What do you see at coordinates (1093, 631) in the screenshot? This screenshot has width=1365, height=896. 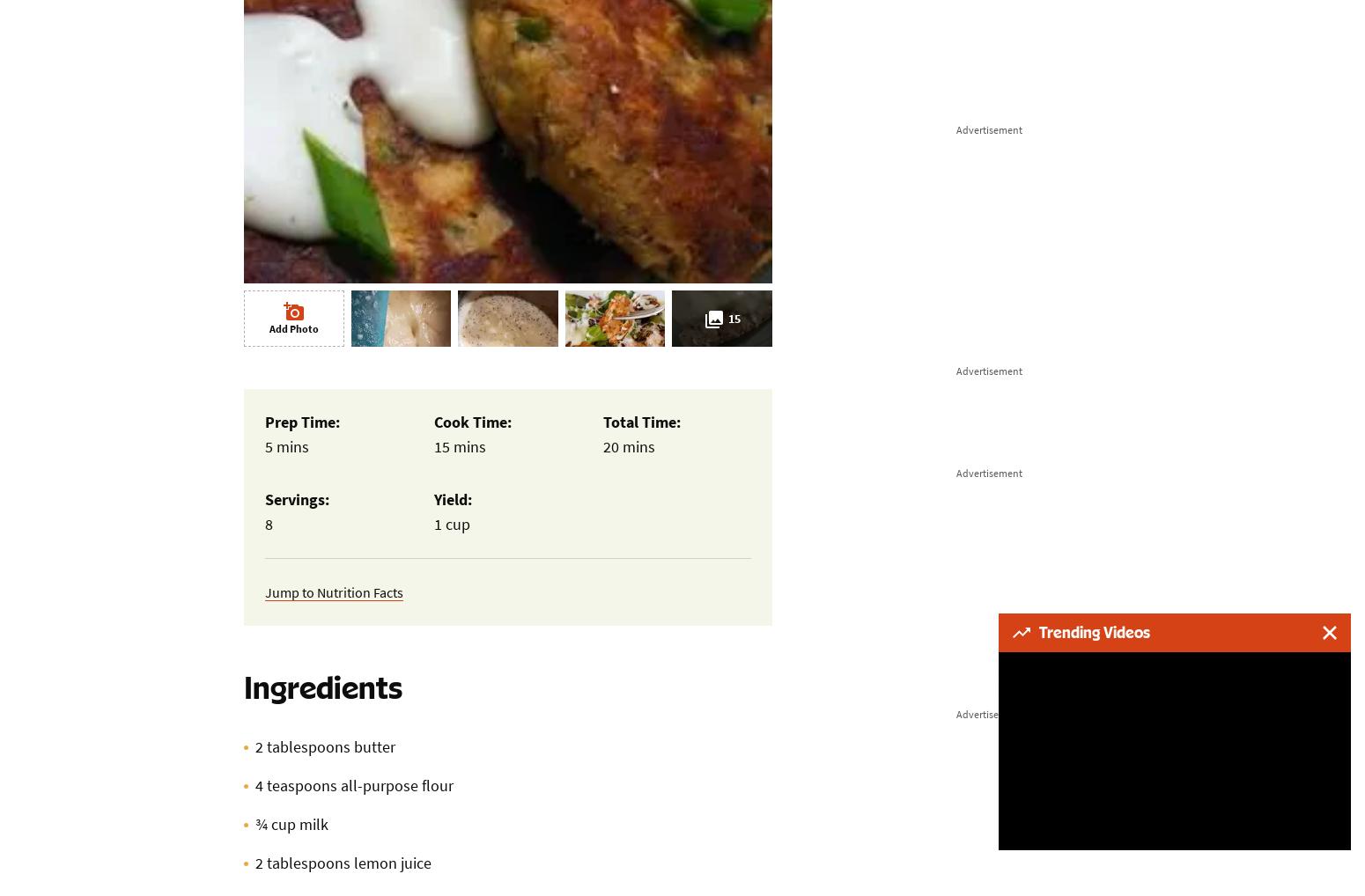 I see `'Trending Videos'` at bounding box center [1093, 631].